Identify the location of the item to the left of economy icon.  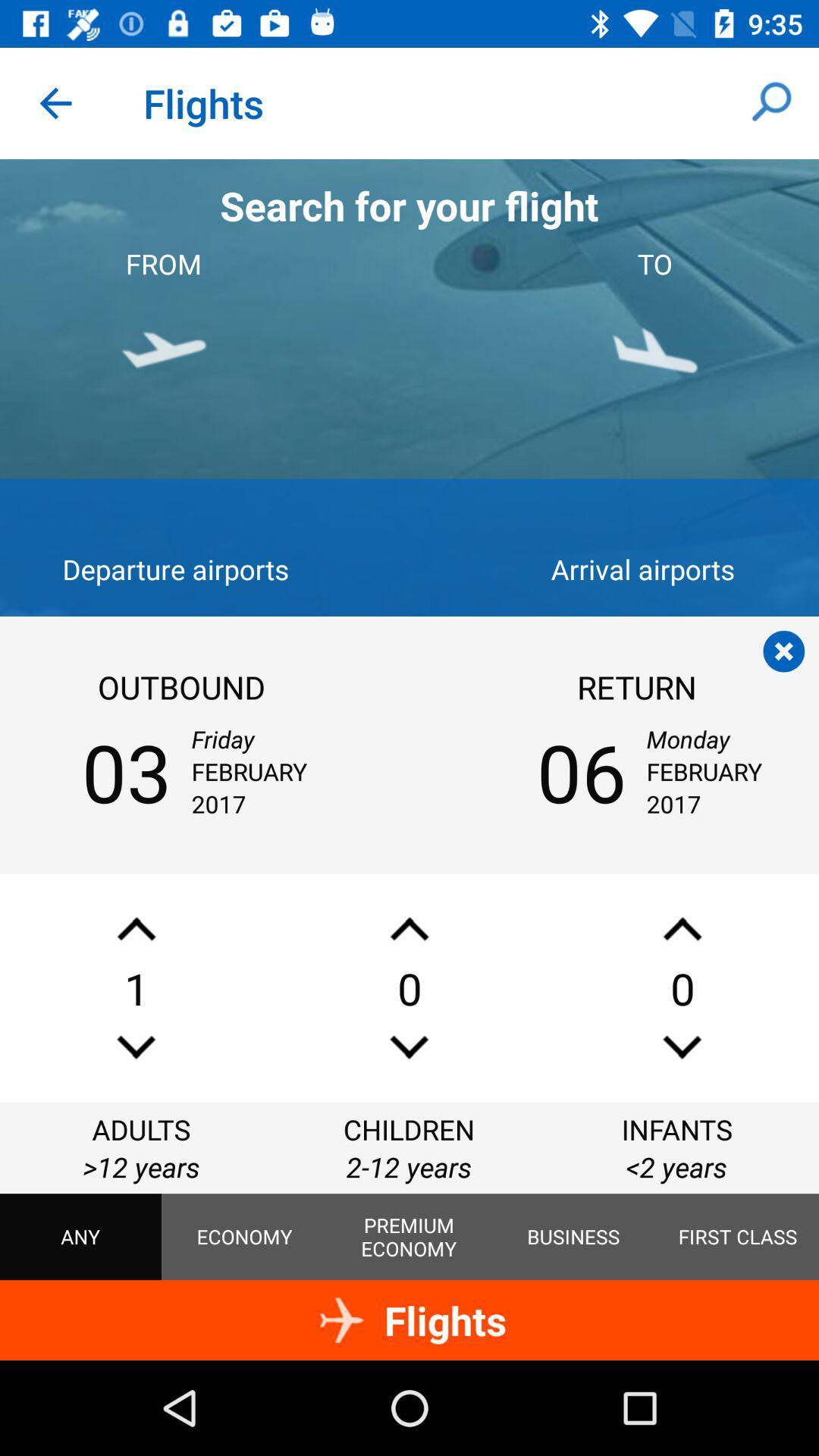
(80, 1237).